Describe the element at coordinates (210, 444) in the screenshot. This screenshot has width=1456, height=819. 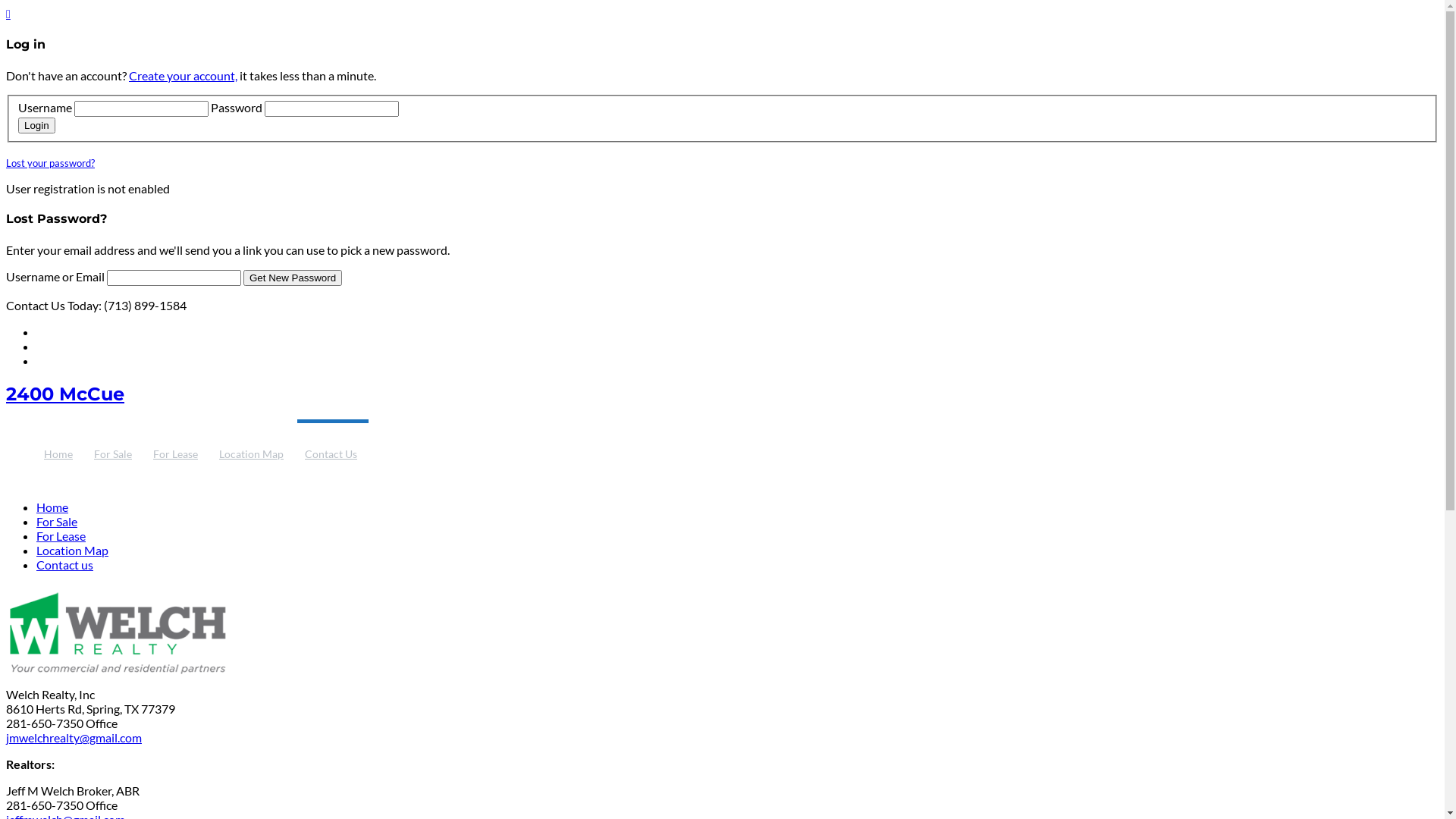
I see `'Location Map'` at that location.